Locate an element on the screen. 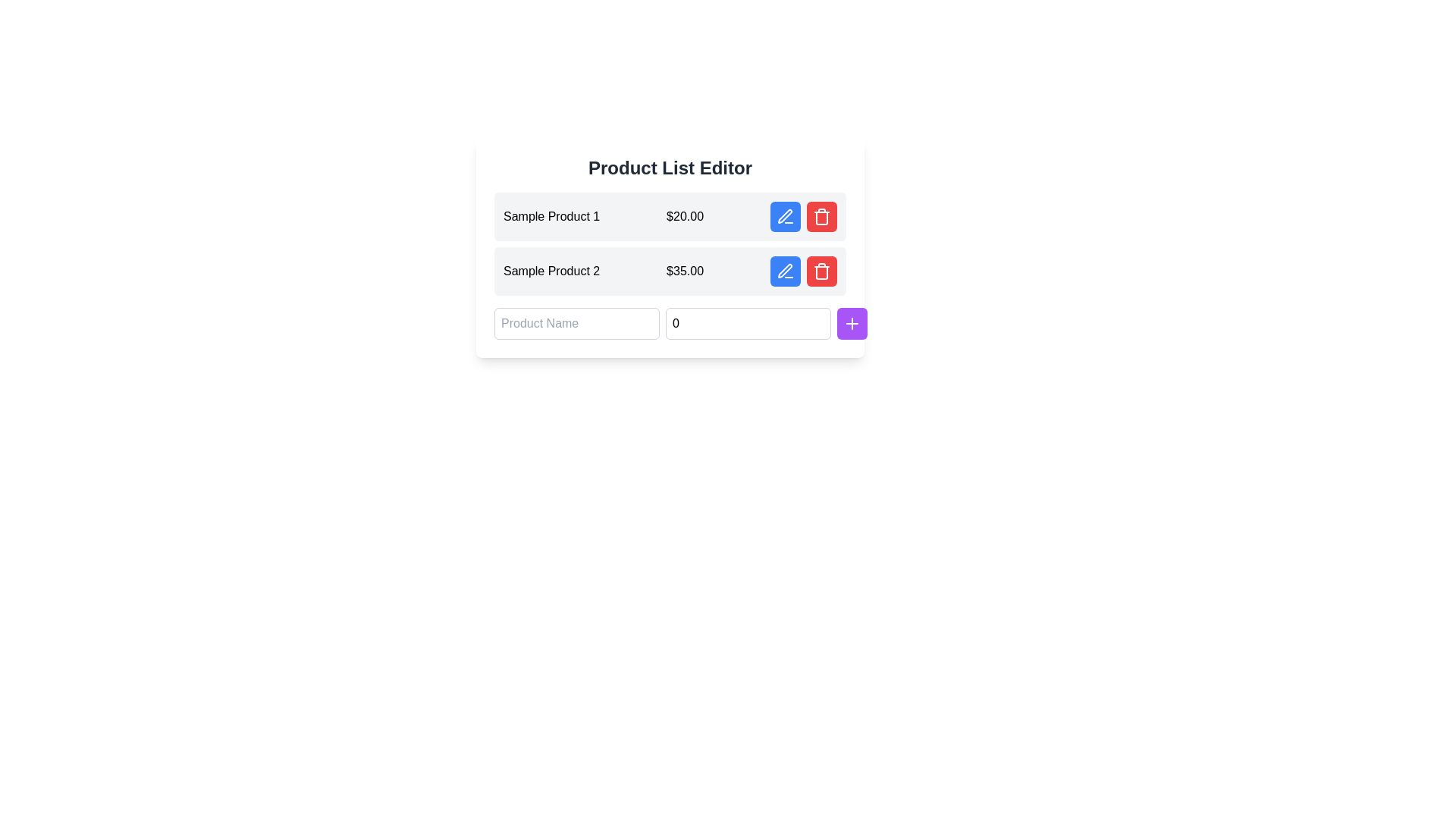 Image resolution: width=1456 pixels, height=819 pixels. the edit button represented by the pen icon located next to 'Sample Product 2' in the product list table to initiate editing is located at coordinates (785, 270).